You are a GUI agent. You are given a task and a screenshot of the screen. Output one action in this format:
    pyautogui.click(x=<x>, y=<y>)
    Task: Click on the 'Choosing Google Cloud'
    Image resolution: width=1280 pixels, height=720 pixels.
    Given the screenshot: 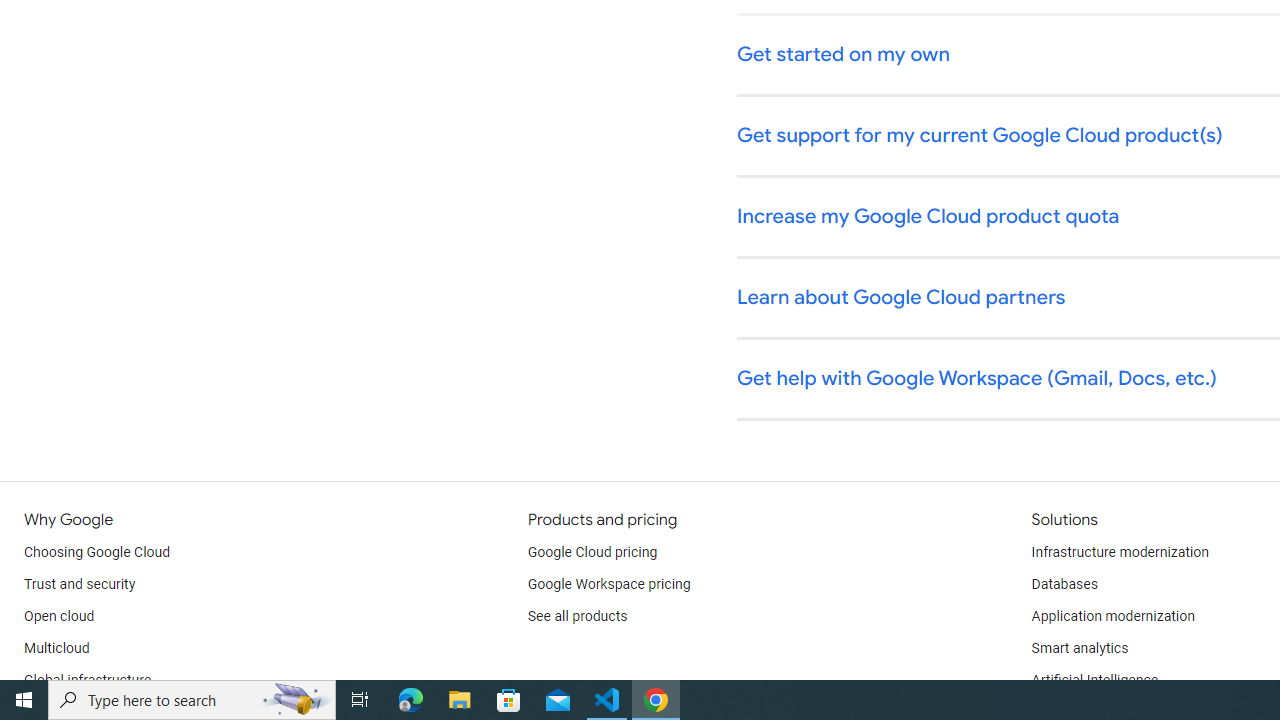 What is the action you would take?
    pyautogui.click(x=96, y=552)
    